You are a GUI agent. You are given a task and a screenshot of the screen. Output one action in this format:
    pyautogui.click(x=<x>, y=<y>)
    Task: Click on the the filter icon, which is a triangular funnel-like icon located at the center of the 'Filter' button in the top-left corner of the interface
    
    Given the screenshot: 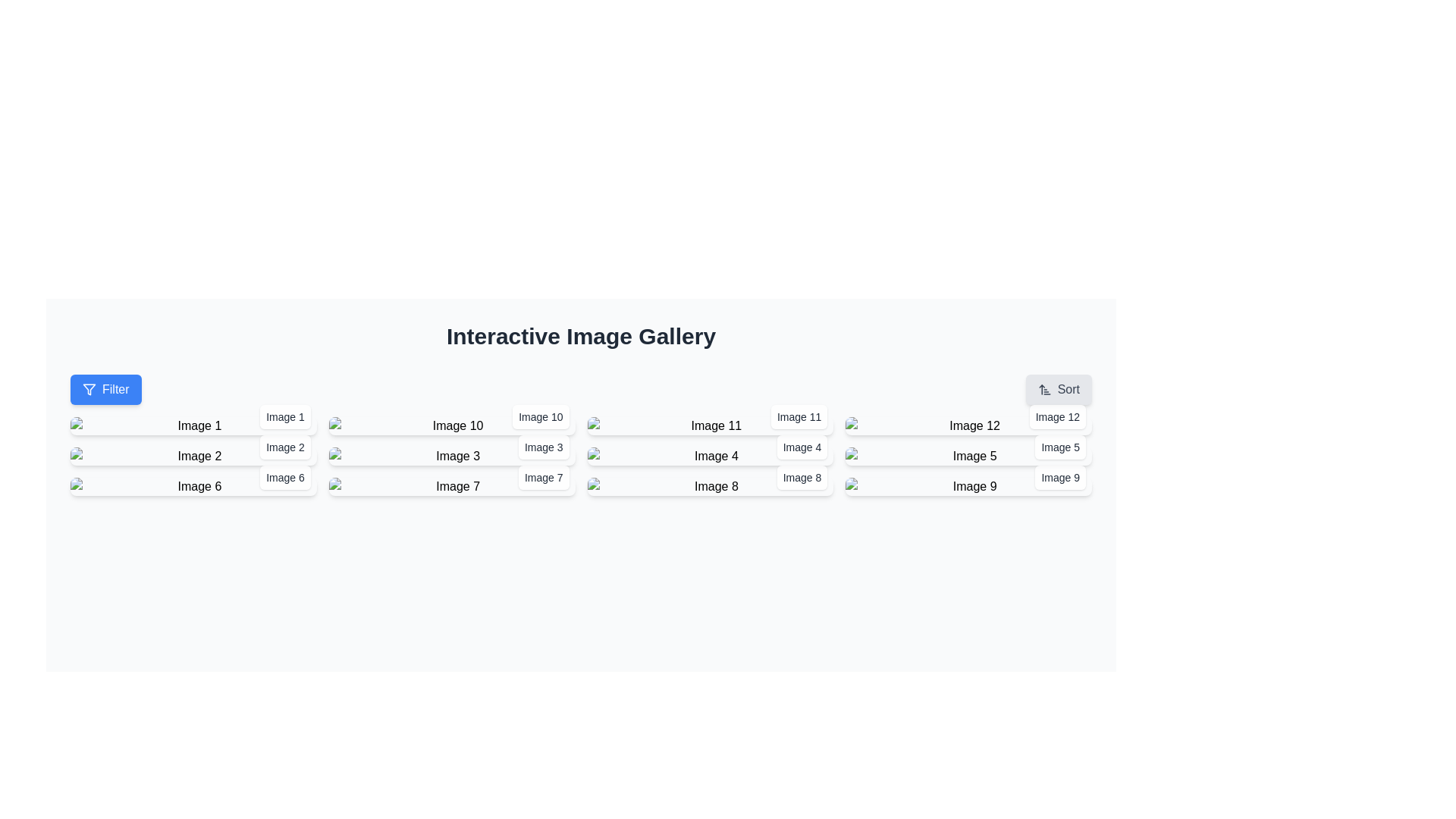 What is the action you would take?
    pyautogui.click(x=89, y=388)
    